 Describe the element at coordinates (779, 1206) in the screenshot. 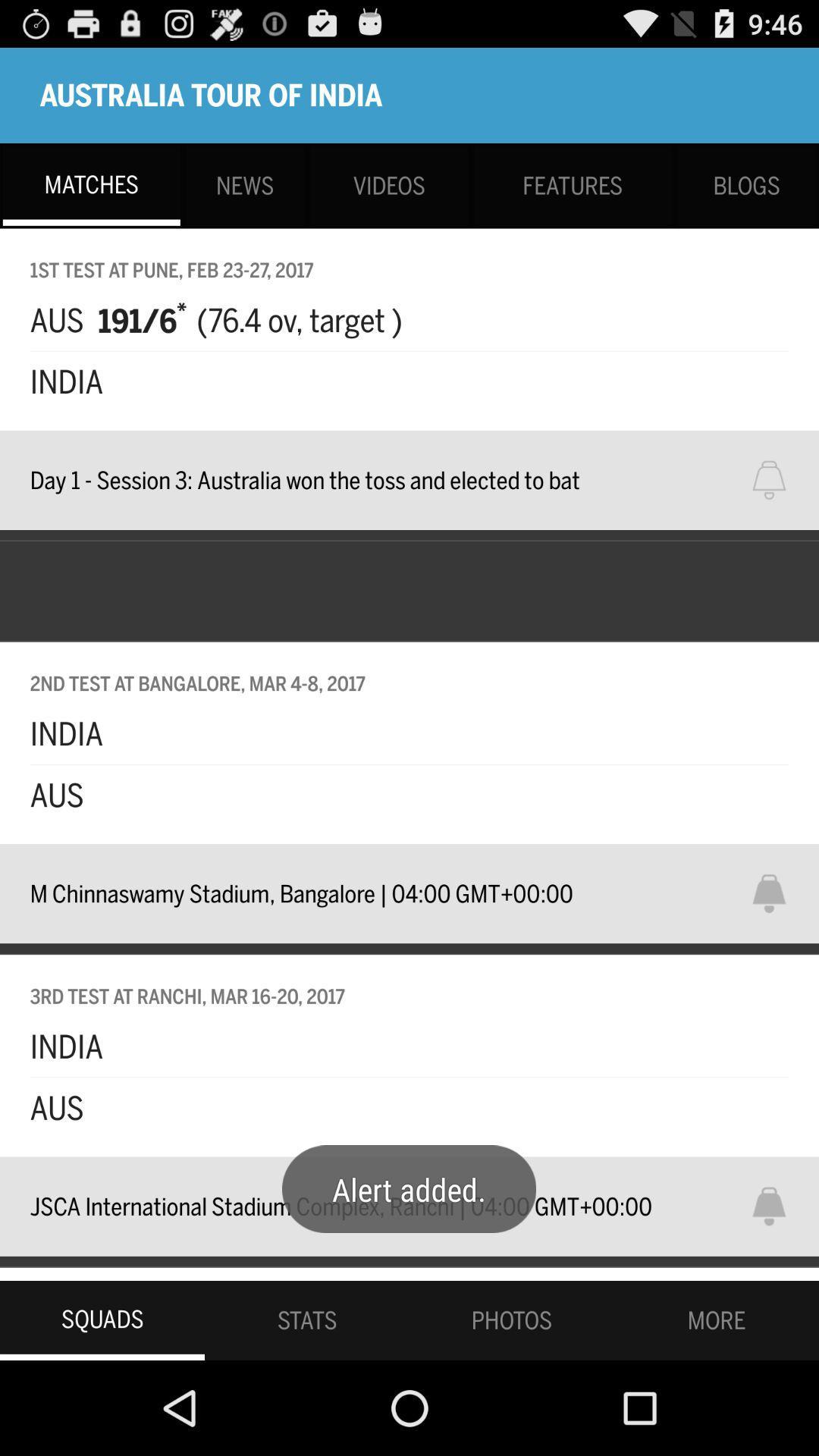

I see `alert` at that location.